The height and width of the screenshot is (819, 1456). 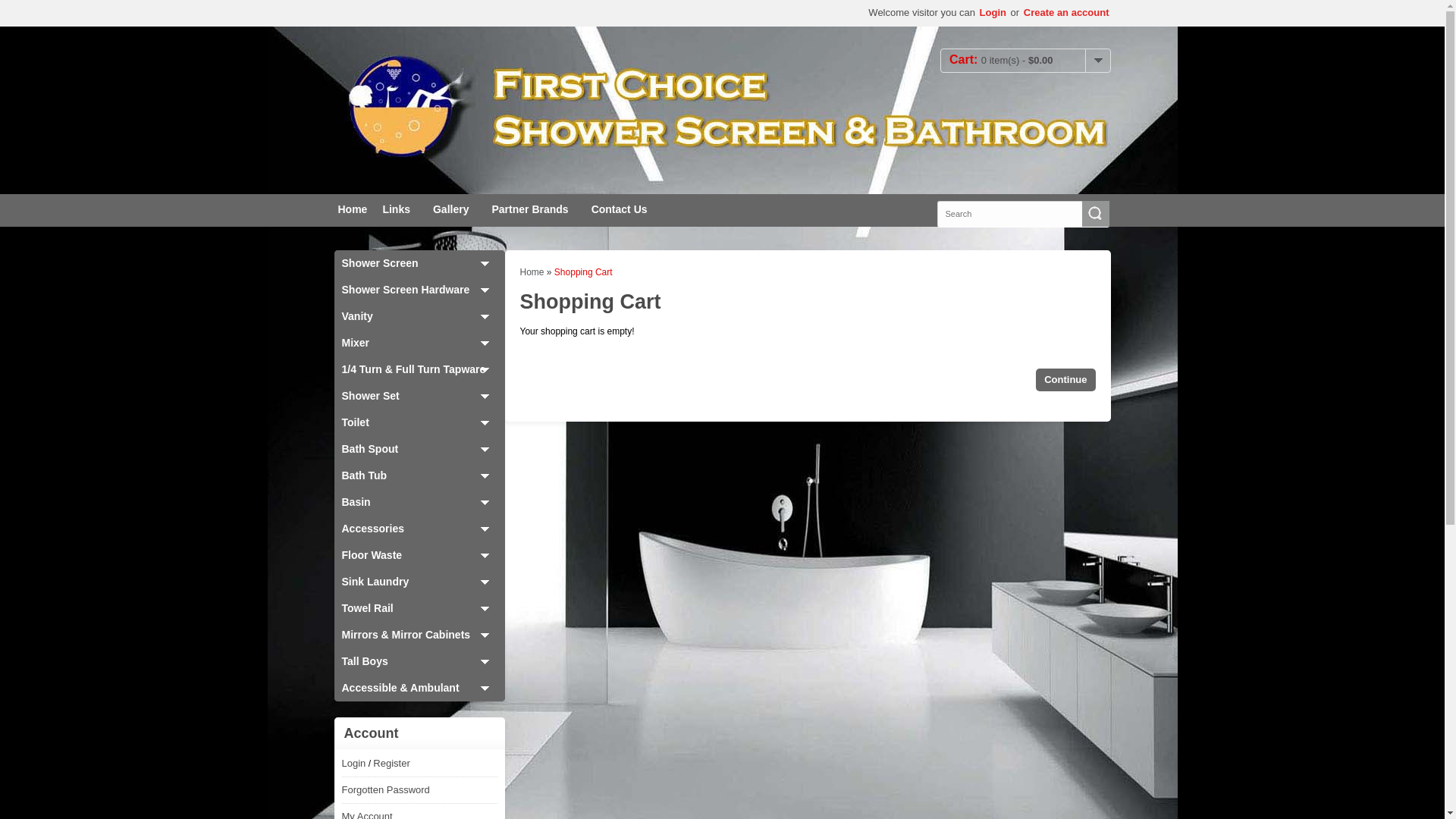 I want to click on 'Login', so click(x=993, y=12).